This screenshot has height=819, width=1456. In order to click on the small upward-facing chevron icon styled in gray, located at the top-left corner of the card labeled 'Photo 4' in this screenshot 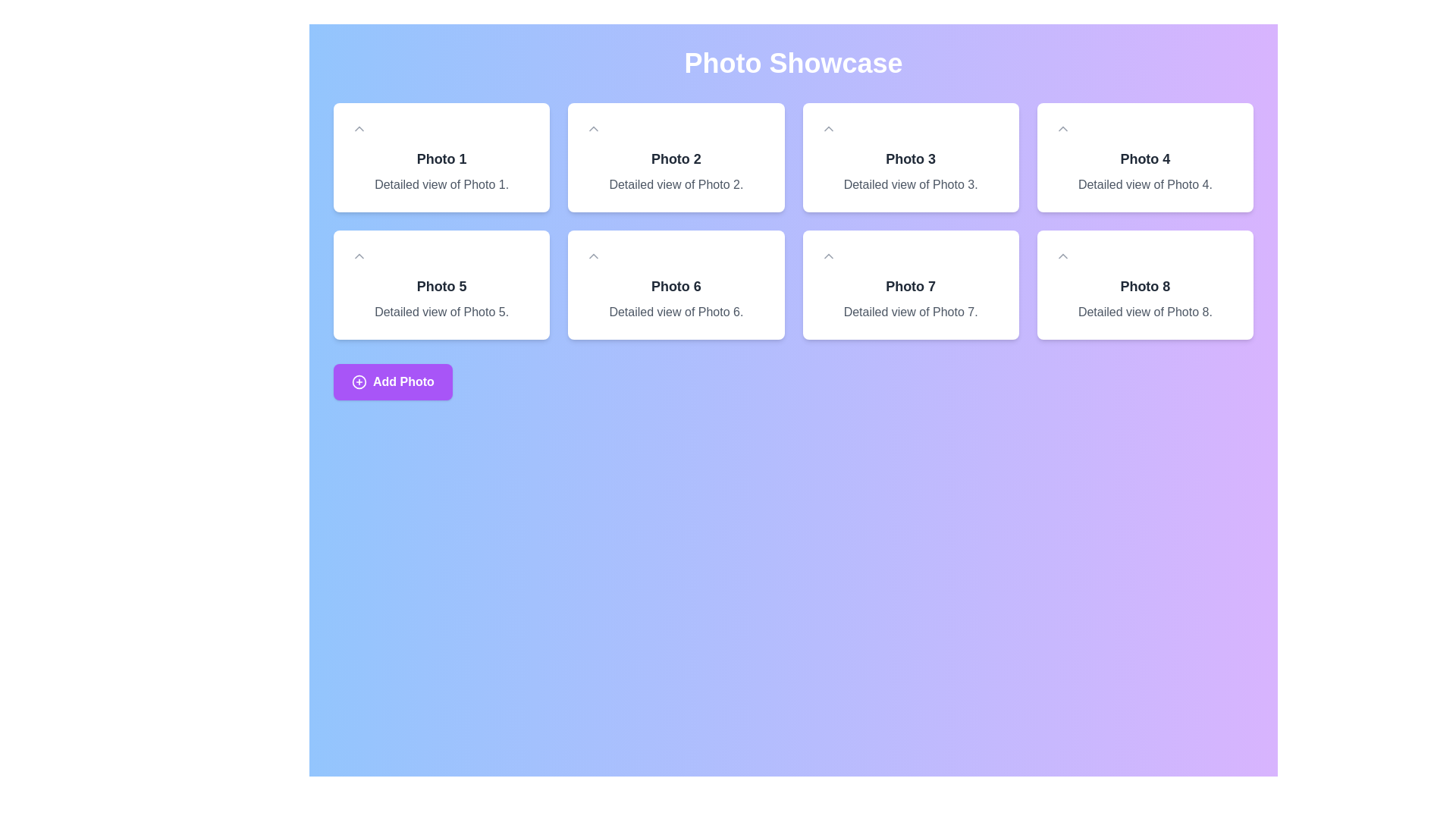, I will do `click(1062, 127)`.